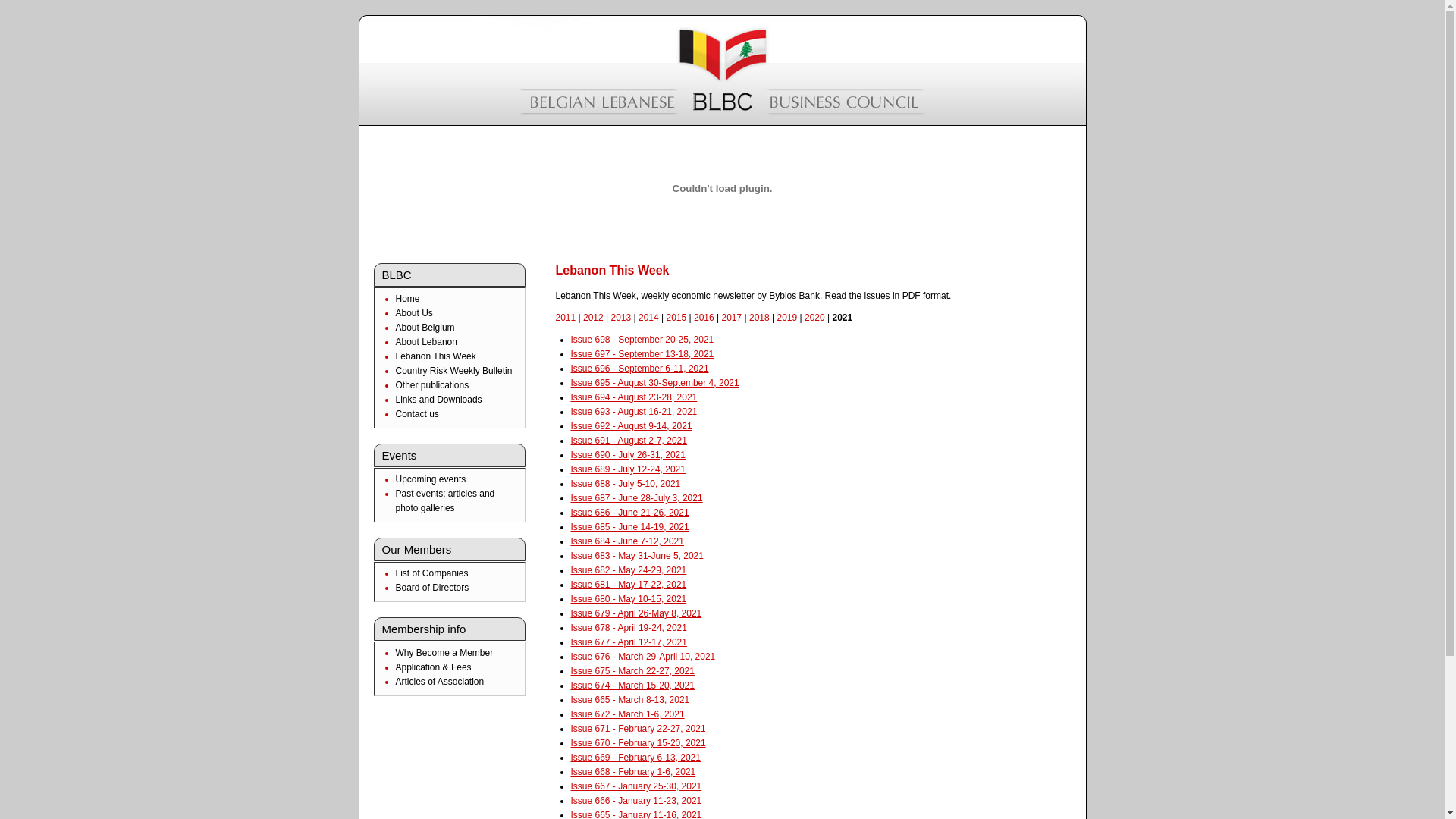 Image resolution: width=1456 pixels, height=819 pixels. What do you see at coordinates (633, 397) in the screenshot?
I see `'Issue 694 - August 23-28, 2021'` at bounding box center [633, 397].